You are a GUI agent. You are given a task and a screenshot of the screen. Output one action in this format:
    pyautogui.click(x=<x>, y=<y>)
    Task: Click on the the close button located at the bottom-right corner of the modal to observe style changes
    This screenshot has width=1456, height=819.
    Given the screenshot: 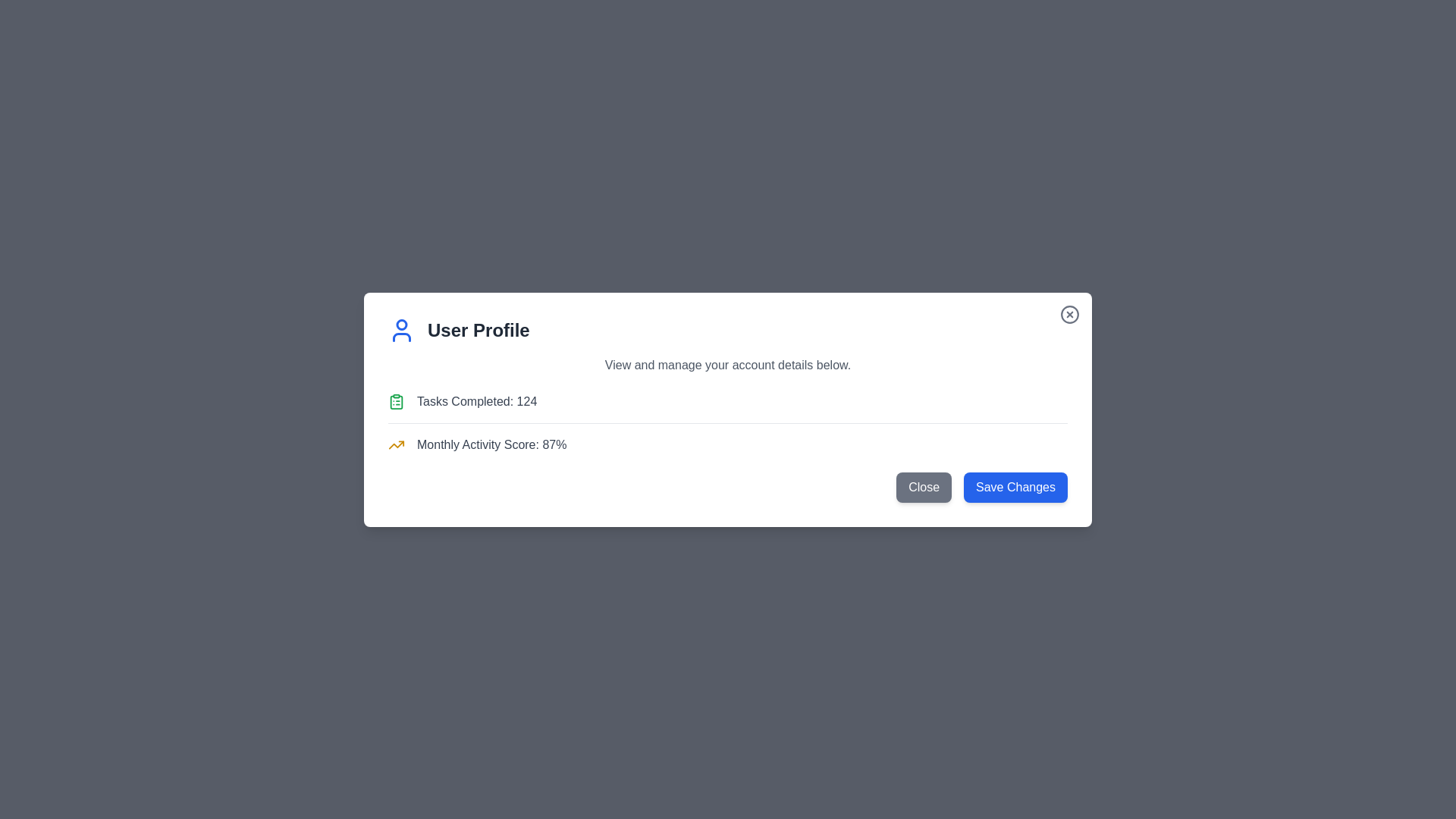 What is the action you would take?
    pyautogui.click(x=923, y=487)
    